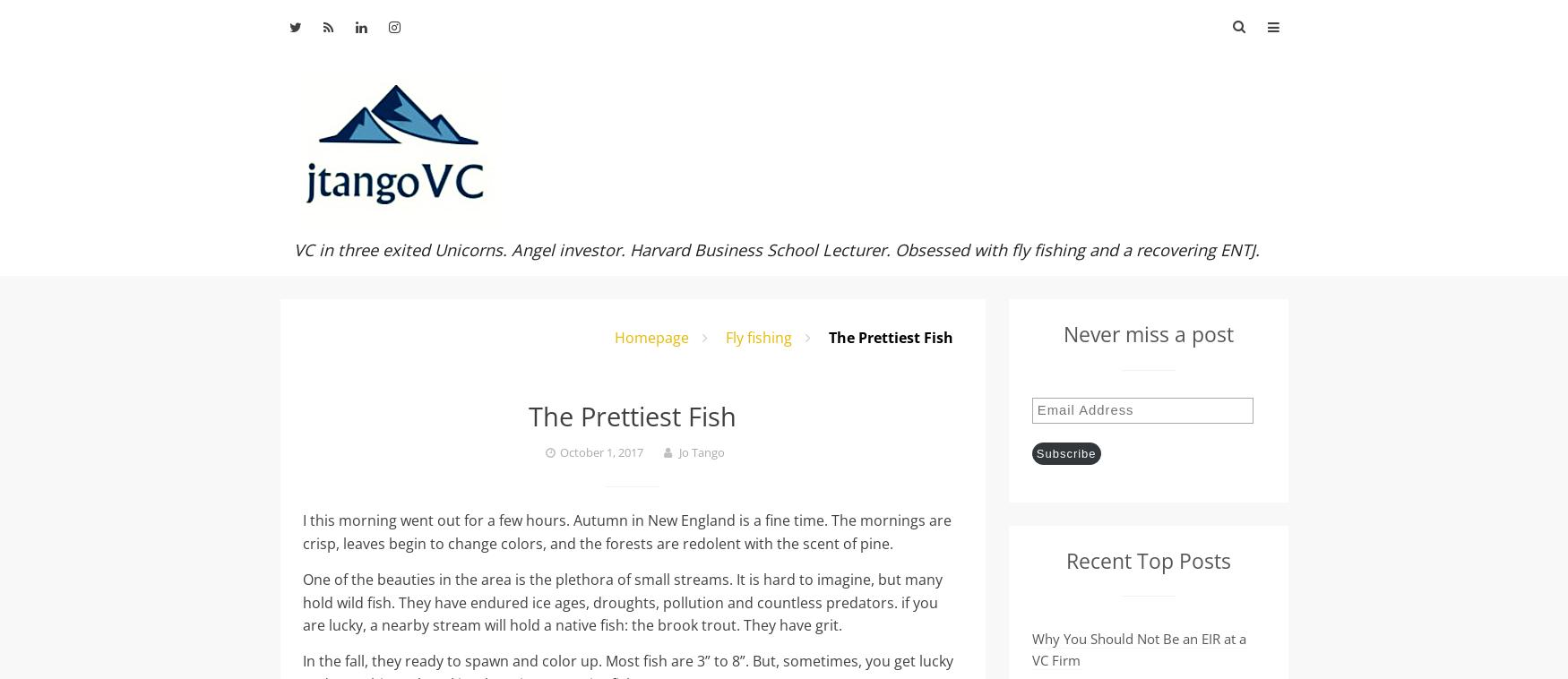 Image resolution: width=1568 pixels, height=679 pixels. What do you see at coordinates (700, 451) in the screenshot?
I see `'Jo Tango'` at bounding box center [700, 451].